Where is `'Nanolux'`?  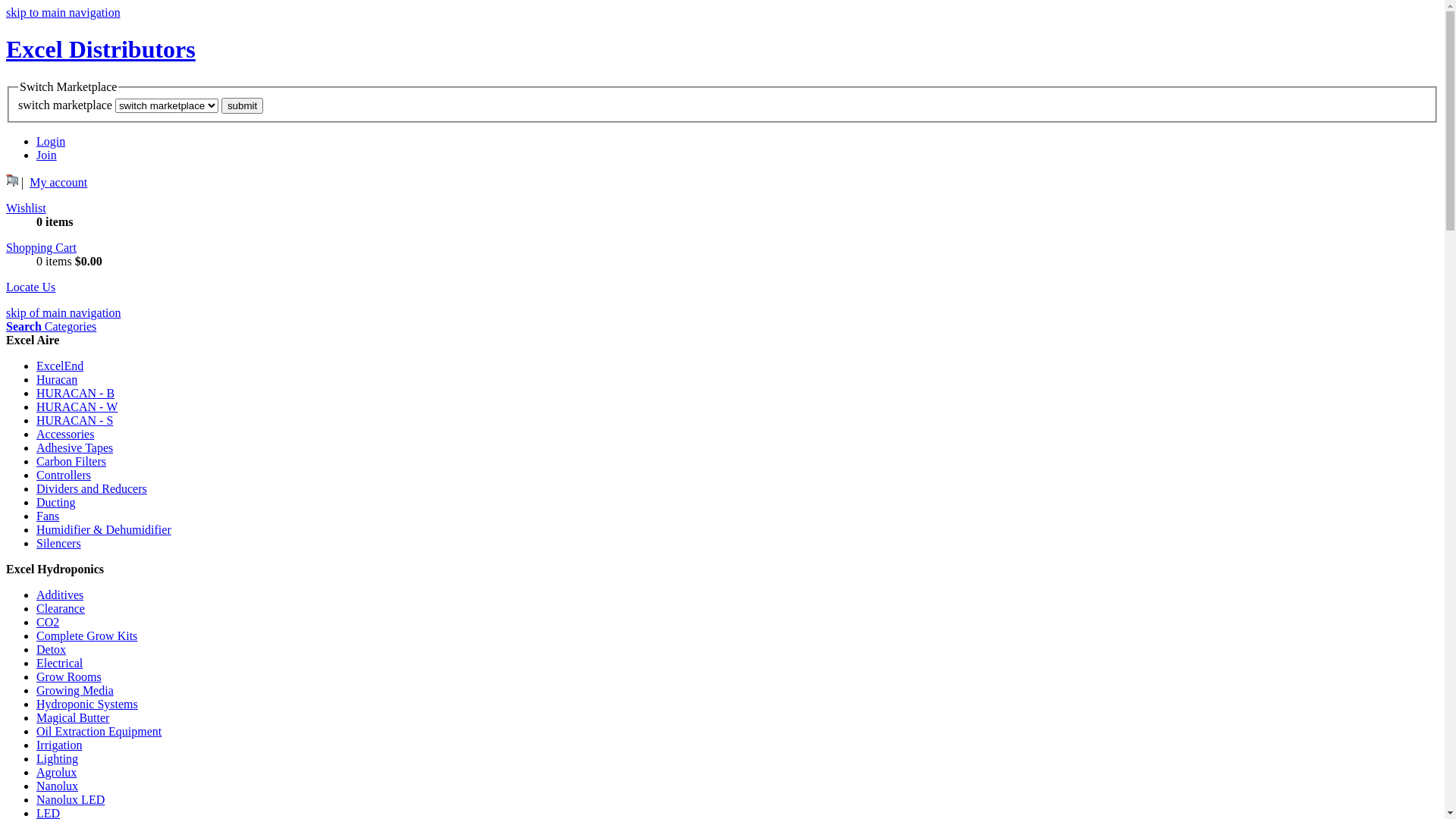 'Nanolux' is located at coordinates (57, 785).